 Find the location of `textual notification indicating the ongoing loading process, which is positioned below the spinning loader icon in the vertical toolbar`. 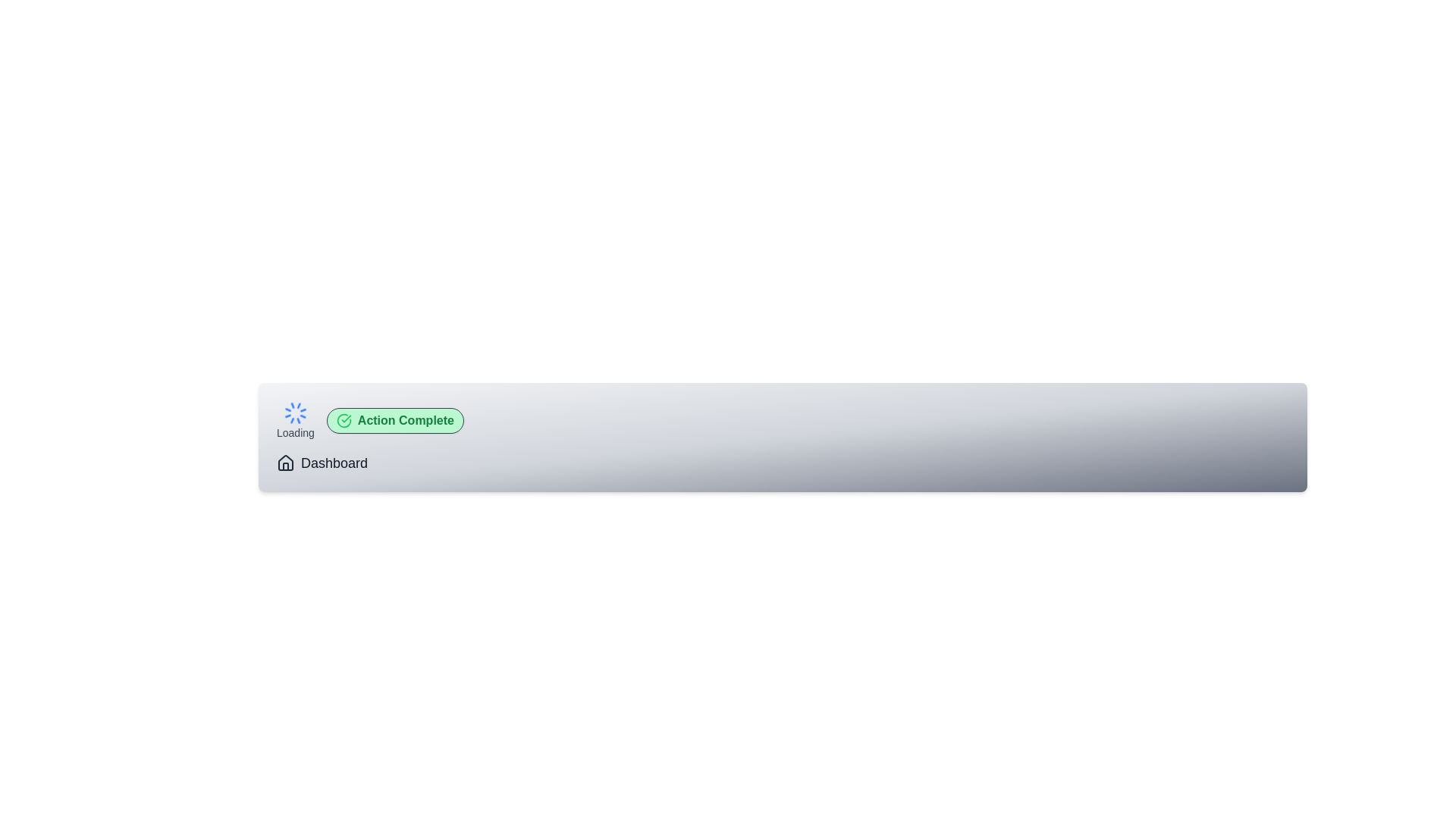

textual notification indicating the ongoing loading process, which is positioned below the spinning loader icon in the vertical toolbar is located at coordinates (295, 432).